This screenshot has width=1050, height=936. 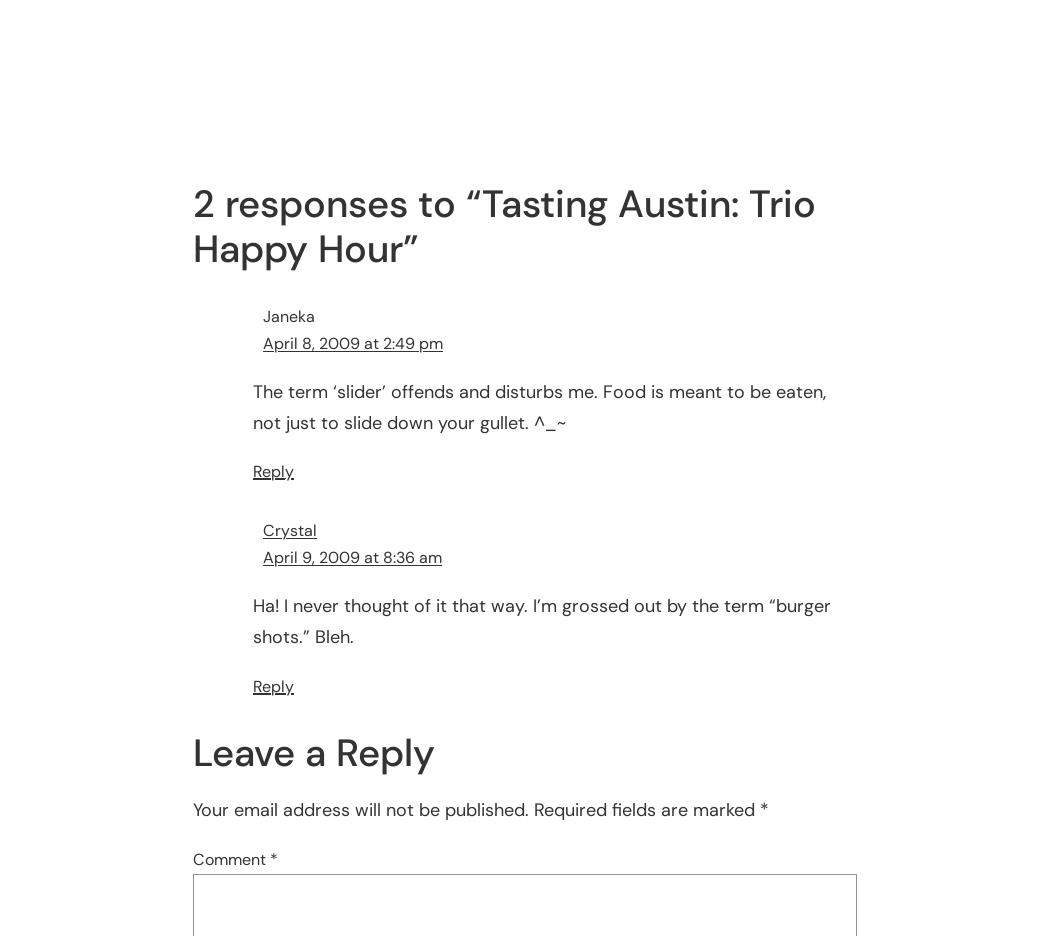 I want to click on 'Ha! I never thought of it that way. I’m grossed out by the term “burger shots.” Bleh.', so click(x=253, y=621).